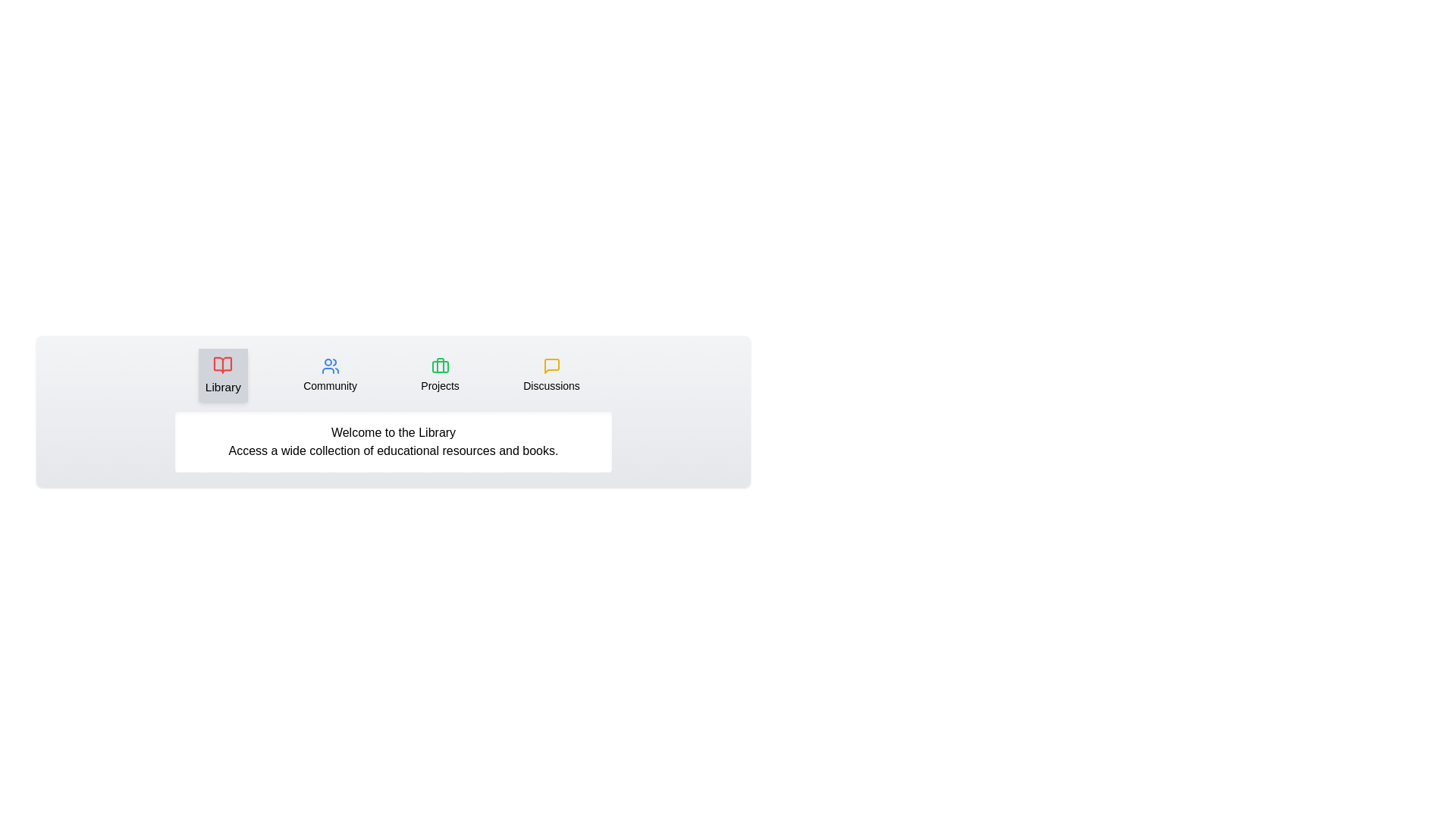  What do you see at coordinates (393, 375) in the screenshot?
I see `the navigation bar containing buttons for 'Library', 'Community', 'Projects', and 'Discussions'` at bounding box center [393, 375].